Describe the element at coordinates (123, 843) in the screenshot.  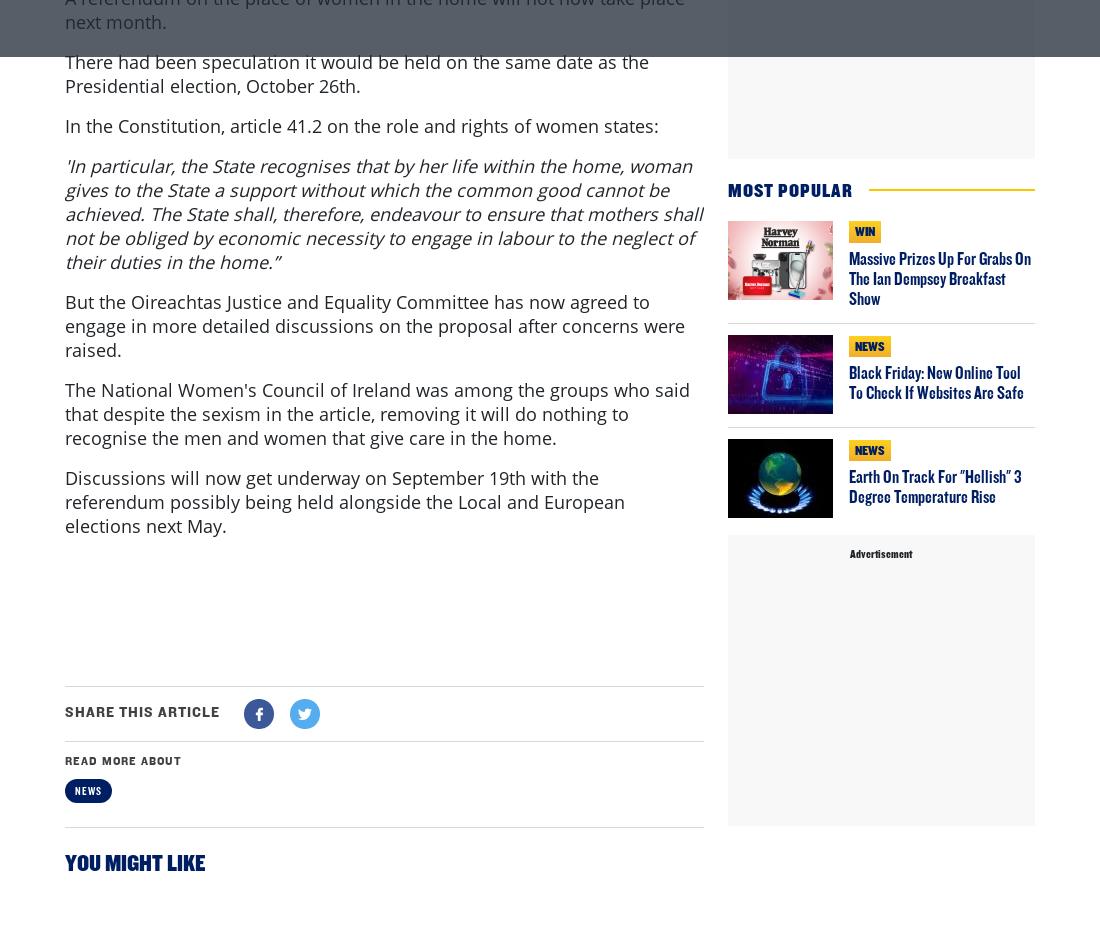
I see `'Read more about'` at that location.